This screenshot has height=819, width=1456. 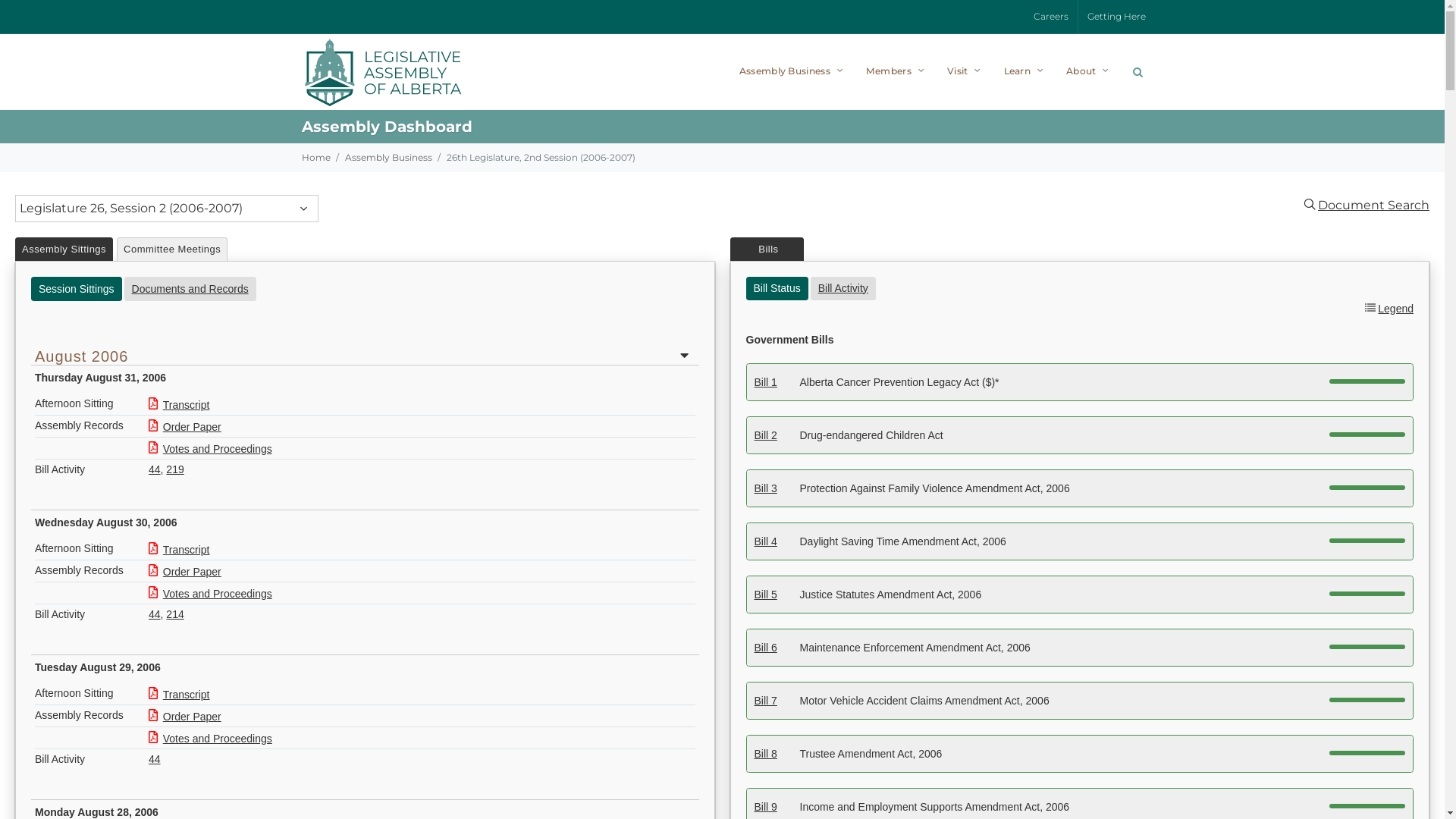 What do you see at coordinates (189, 288) in the screenshot?
I see `'Documents and Records'` at bounding box center [189, 288].